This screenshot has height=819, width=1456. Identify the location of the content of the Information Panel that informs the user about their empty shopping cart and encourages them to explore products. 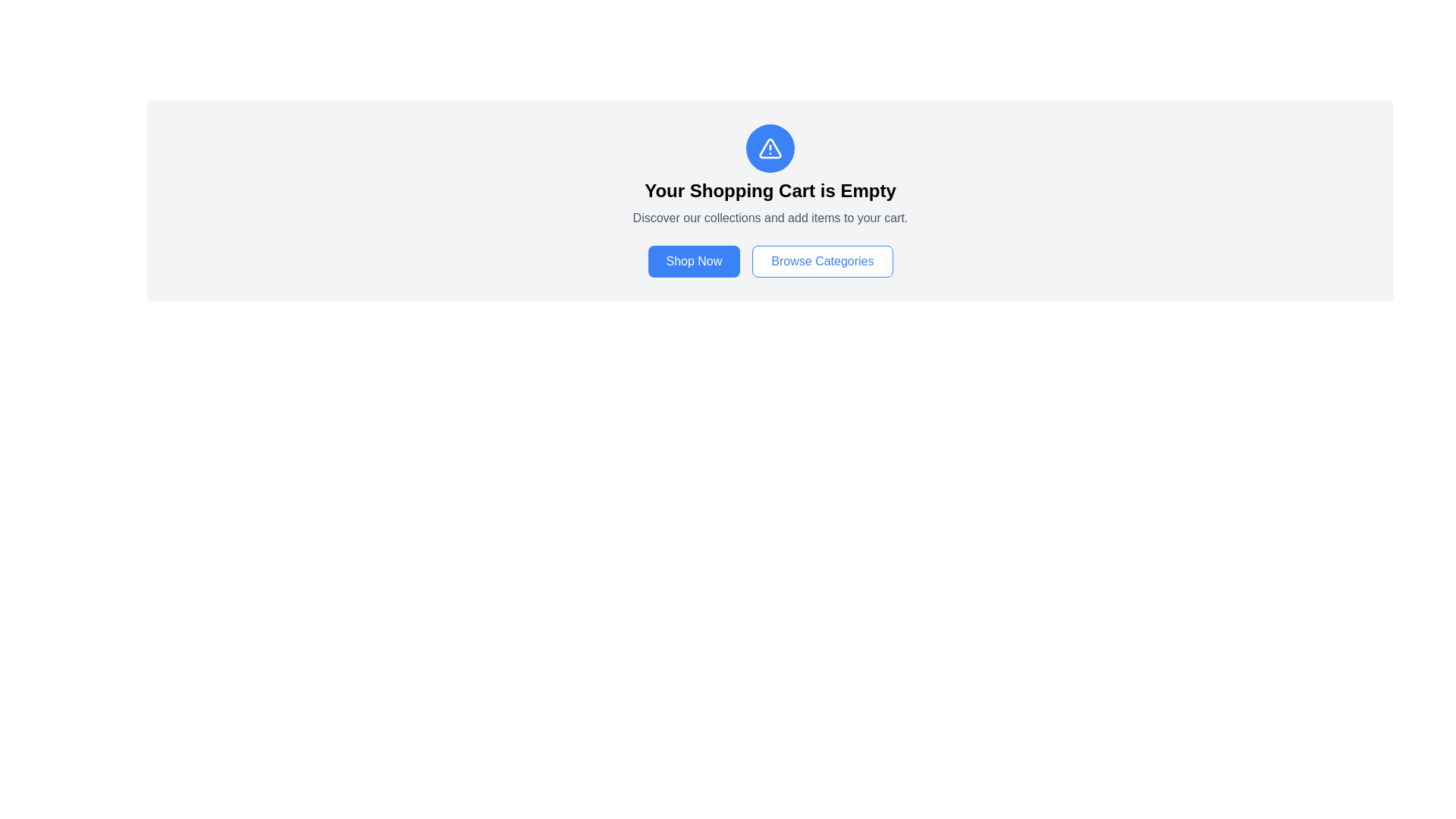
(770, 174).